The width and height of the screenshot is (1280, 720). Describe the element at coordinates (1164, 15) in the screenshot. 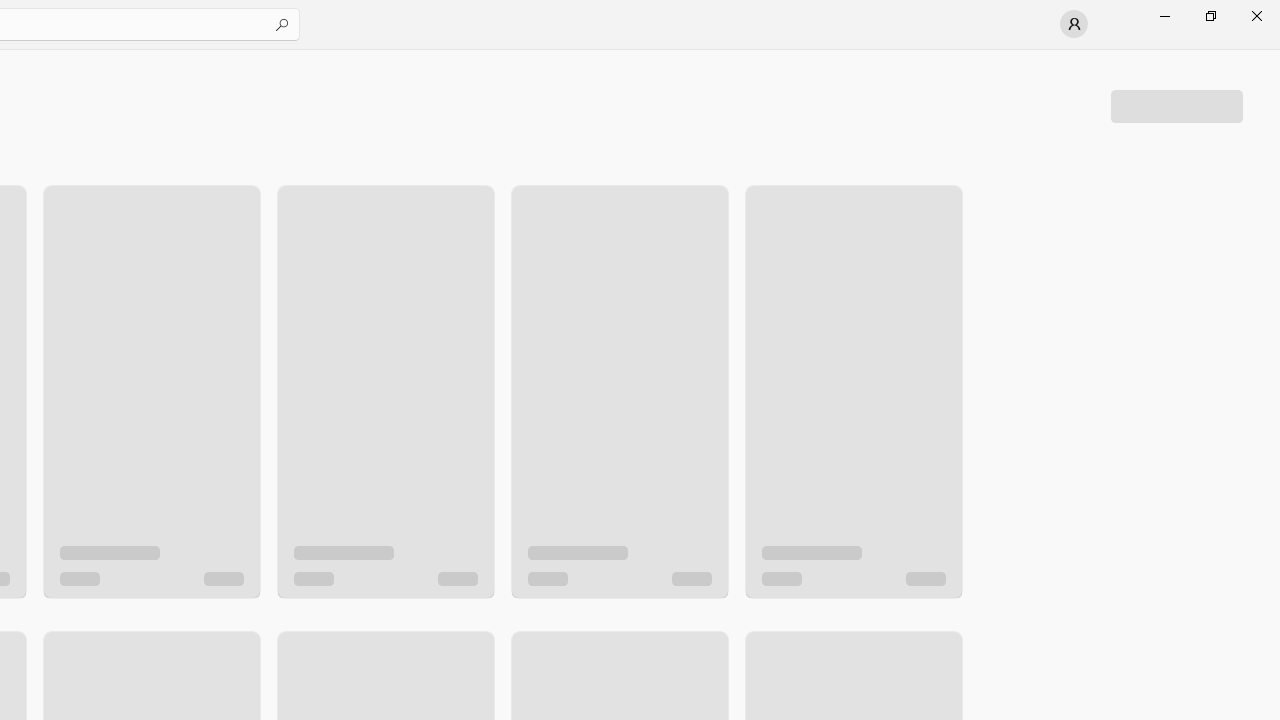

I see `'Minimize Microsoft Store'` at that location.